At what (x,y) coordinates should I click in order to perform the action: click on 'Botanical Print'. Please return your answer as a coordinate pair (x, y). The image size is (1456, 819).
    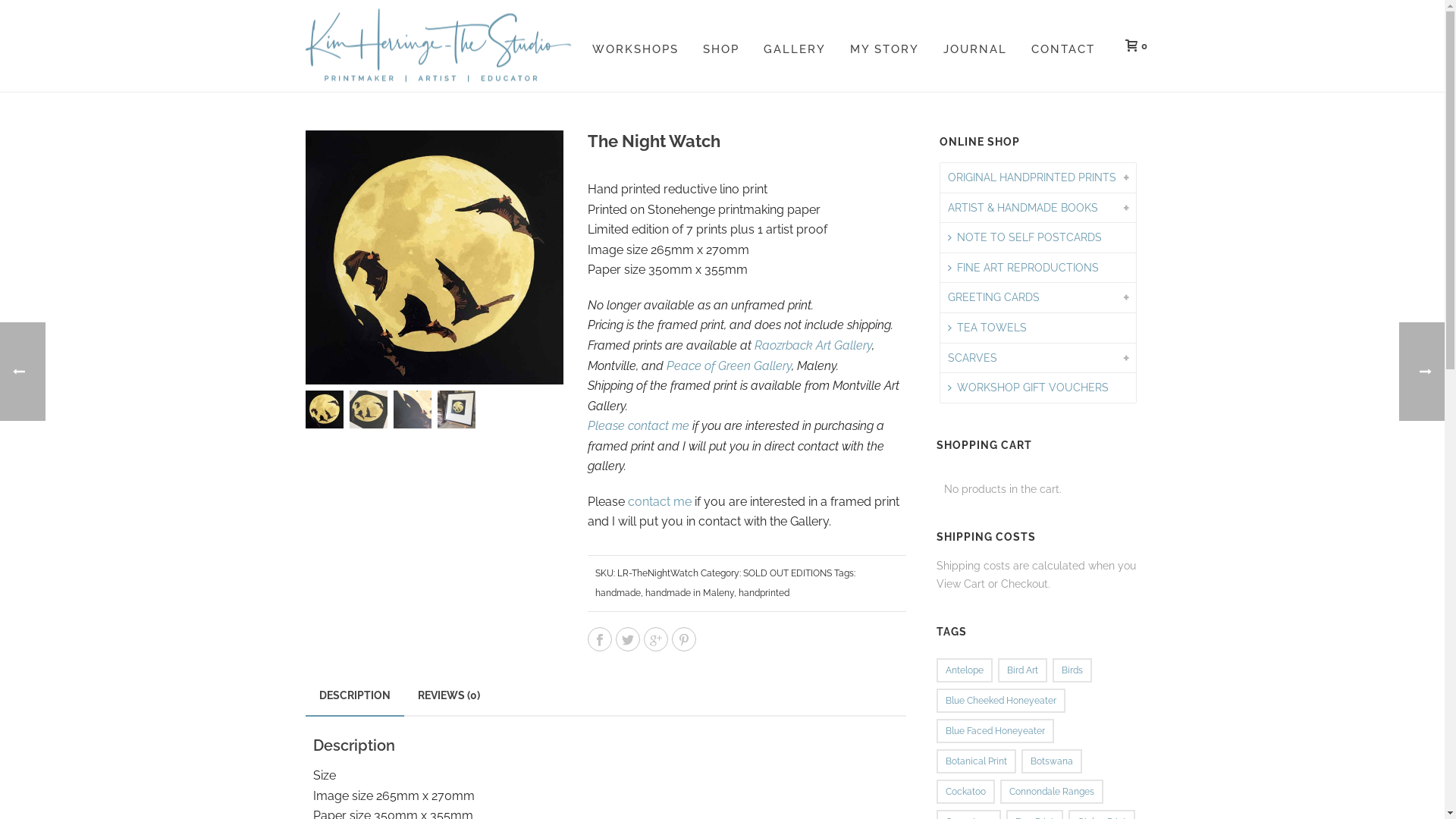
    Looking at the image, I should click on (976, 761).